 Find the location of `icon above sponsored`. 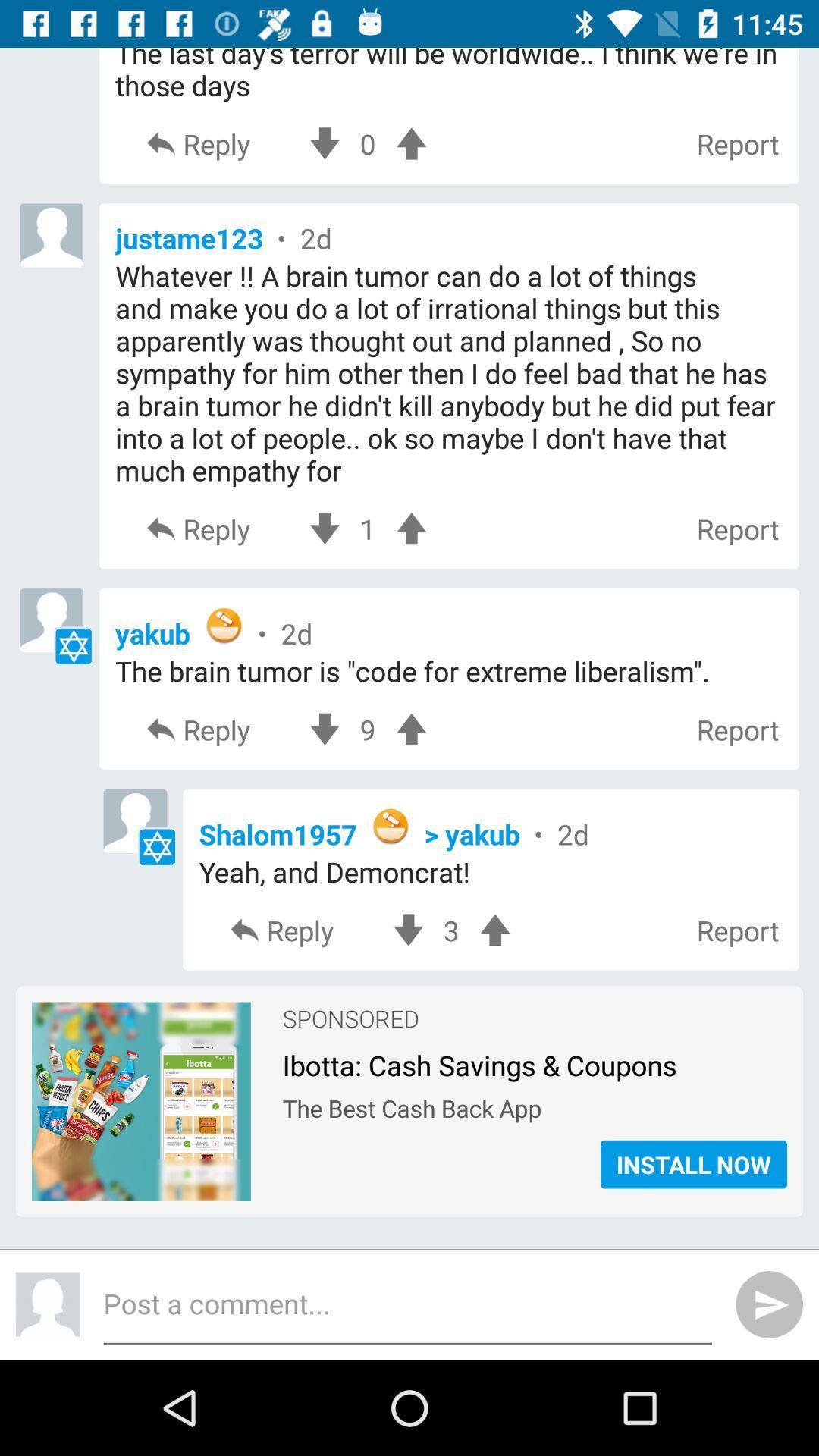

icon above sponsored is located at coordinates (450, 930).